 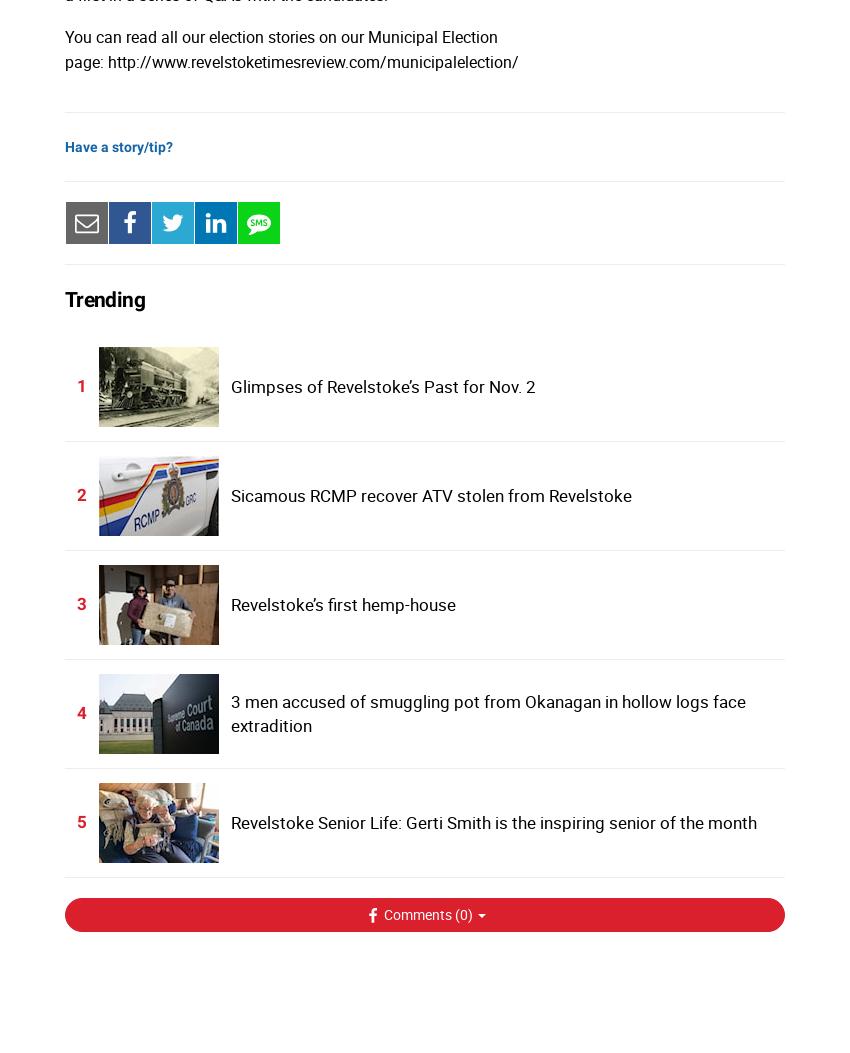 I want to click on '0', so click(x=461, y=912).